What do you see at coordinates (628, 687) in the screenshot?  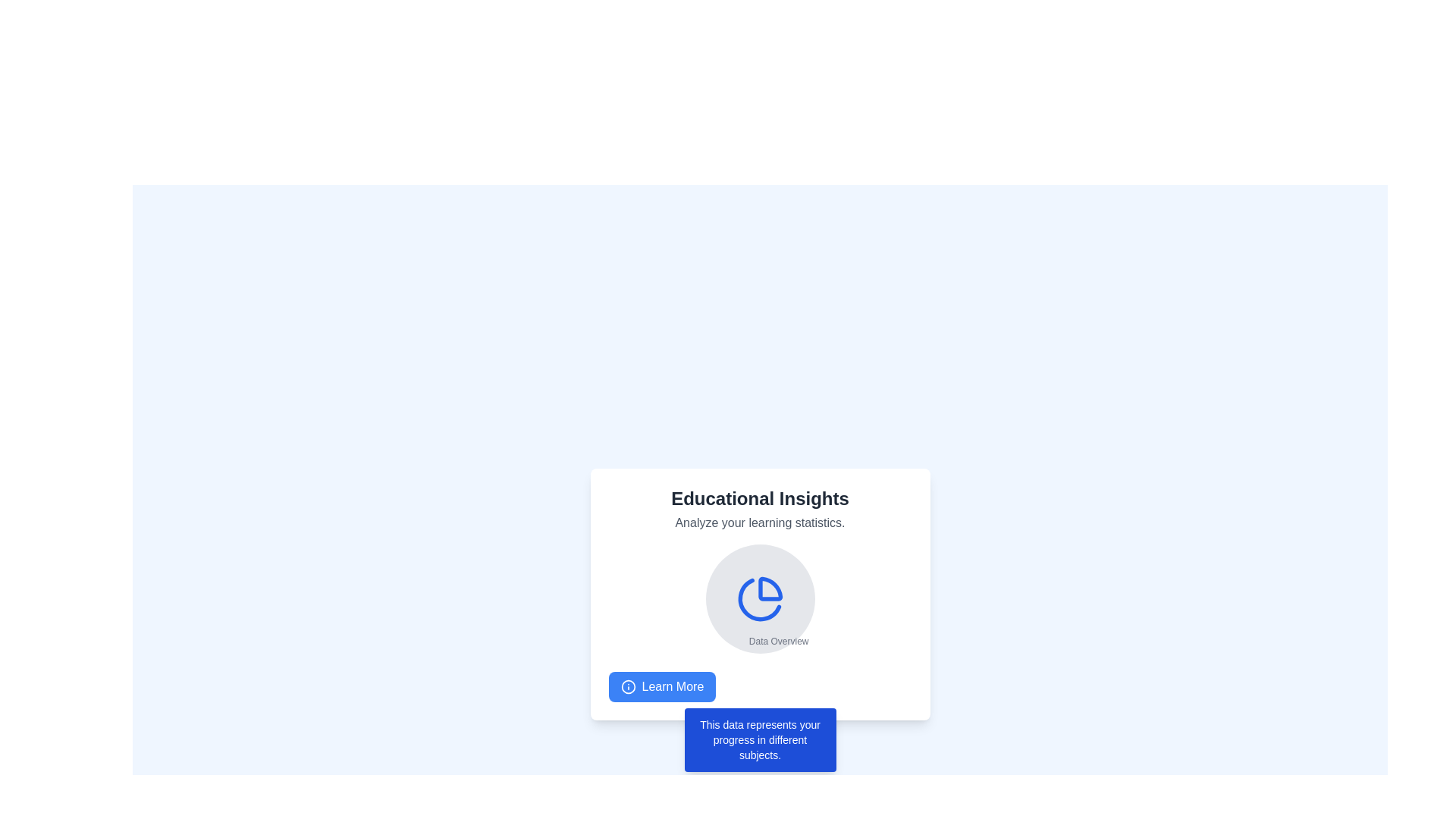 I see `the circular blue icon located near the bottom left corner of the 'Learn More' button in the 'Educational Insights' card` at bounding box center [628, 687].